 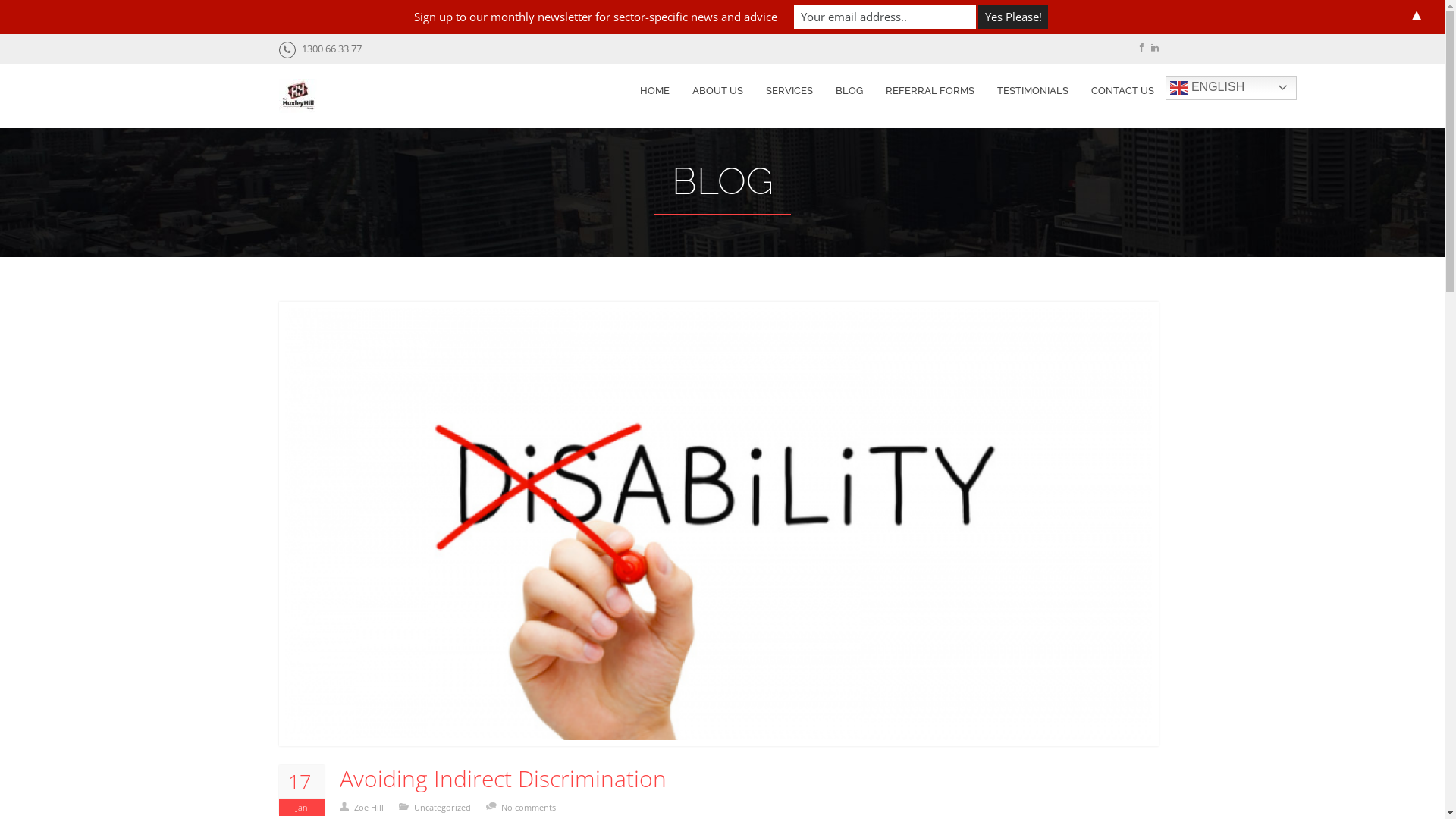 What do you see at coordinates (628, 90) in the screenshot?
I see `'HOME'` at bounding box center [628, 90].